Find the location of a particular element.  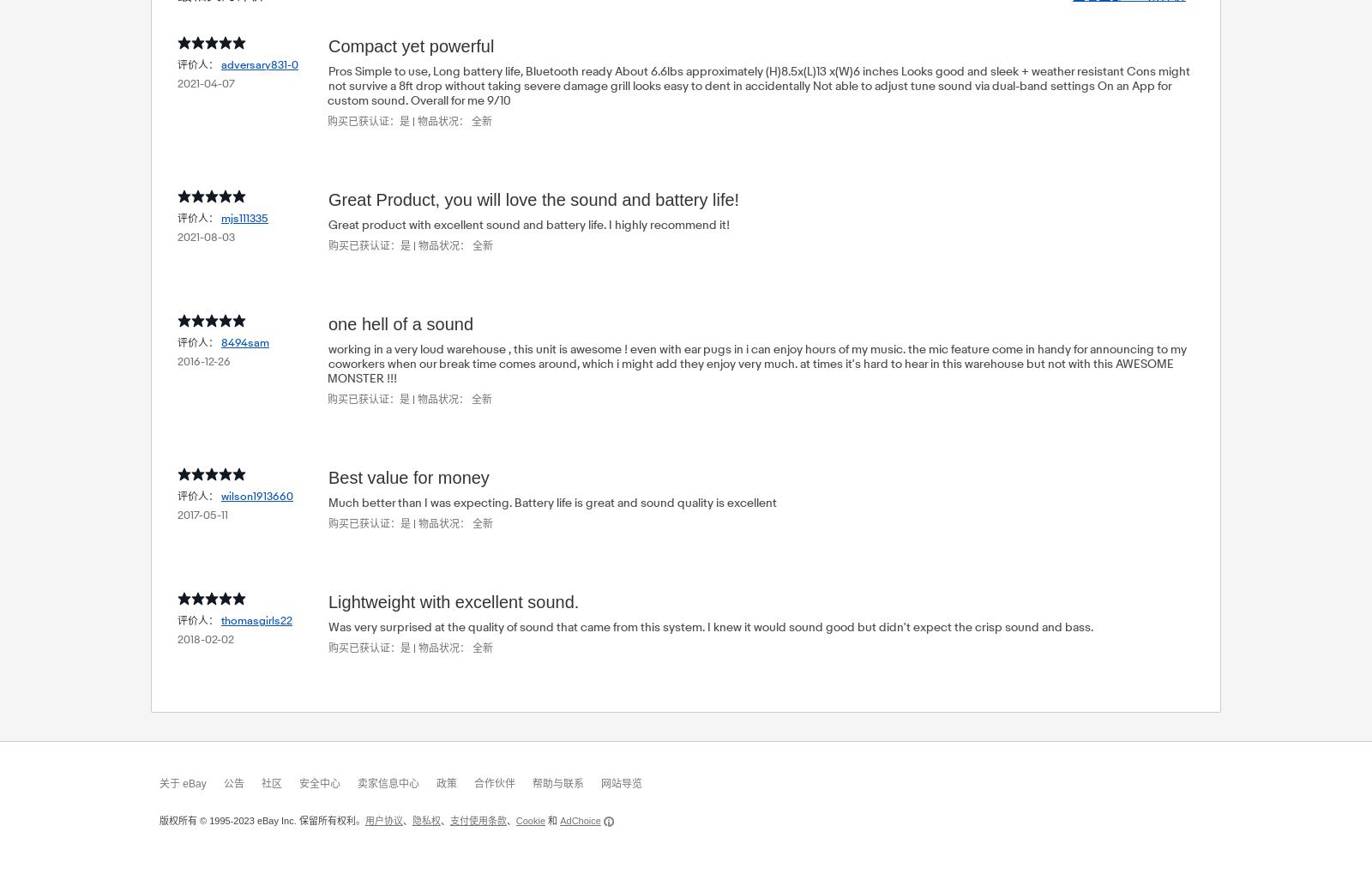

'thomasgirls22' is located at coordinates (256, 619).